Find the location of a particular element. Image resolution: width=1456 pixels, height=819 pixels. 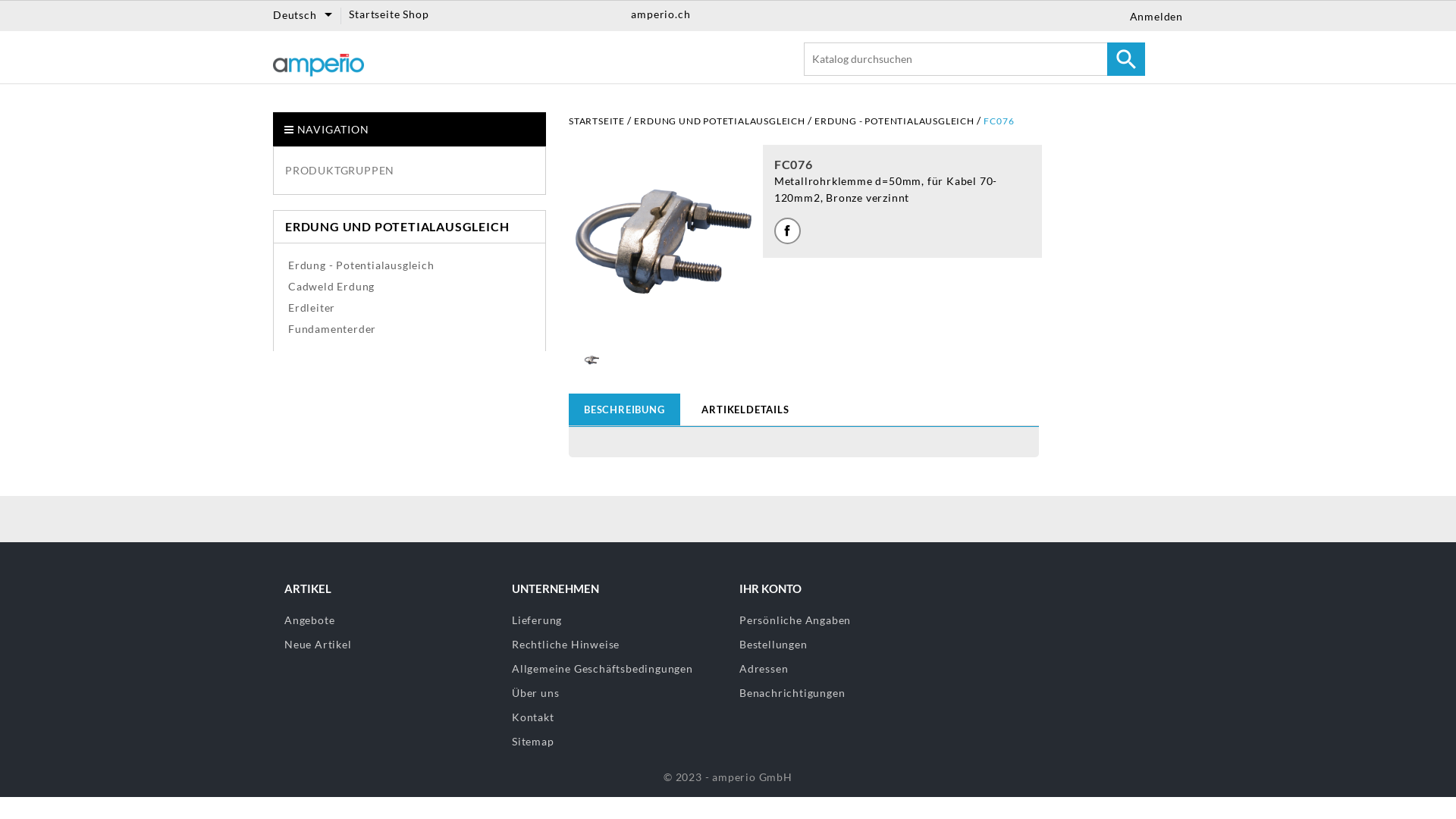

'Fundamenterder' is located at coordinates (331, 328).